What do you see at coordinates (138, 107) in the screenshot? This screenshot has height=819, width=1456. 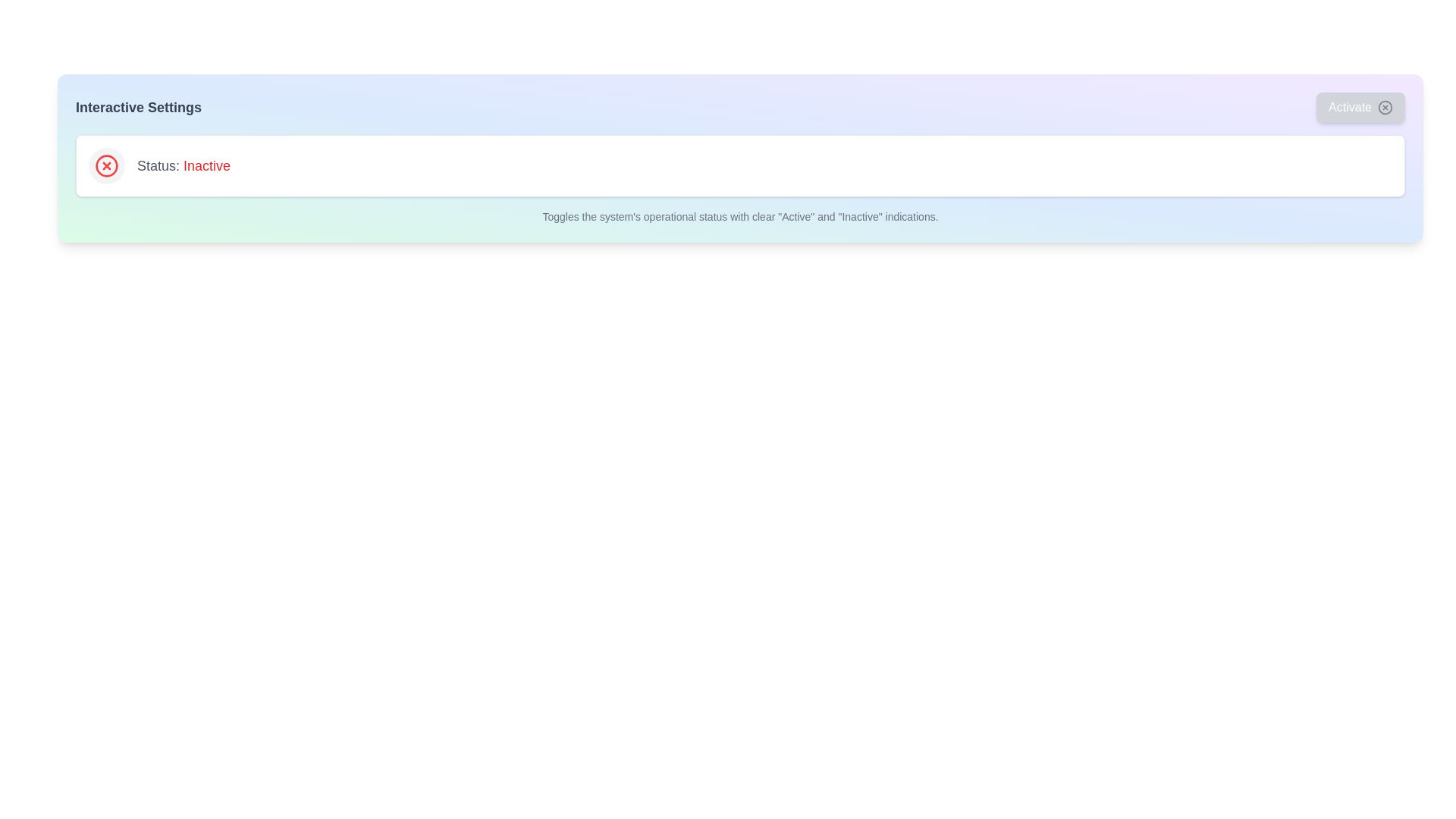 I see `the 'Interactive Settings' text label` at bounding box center [138, 107].